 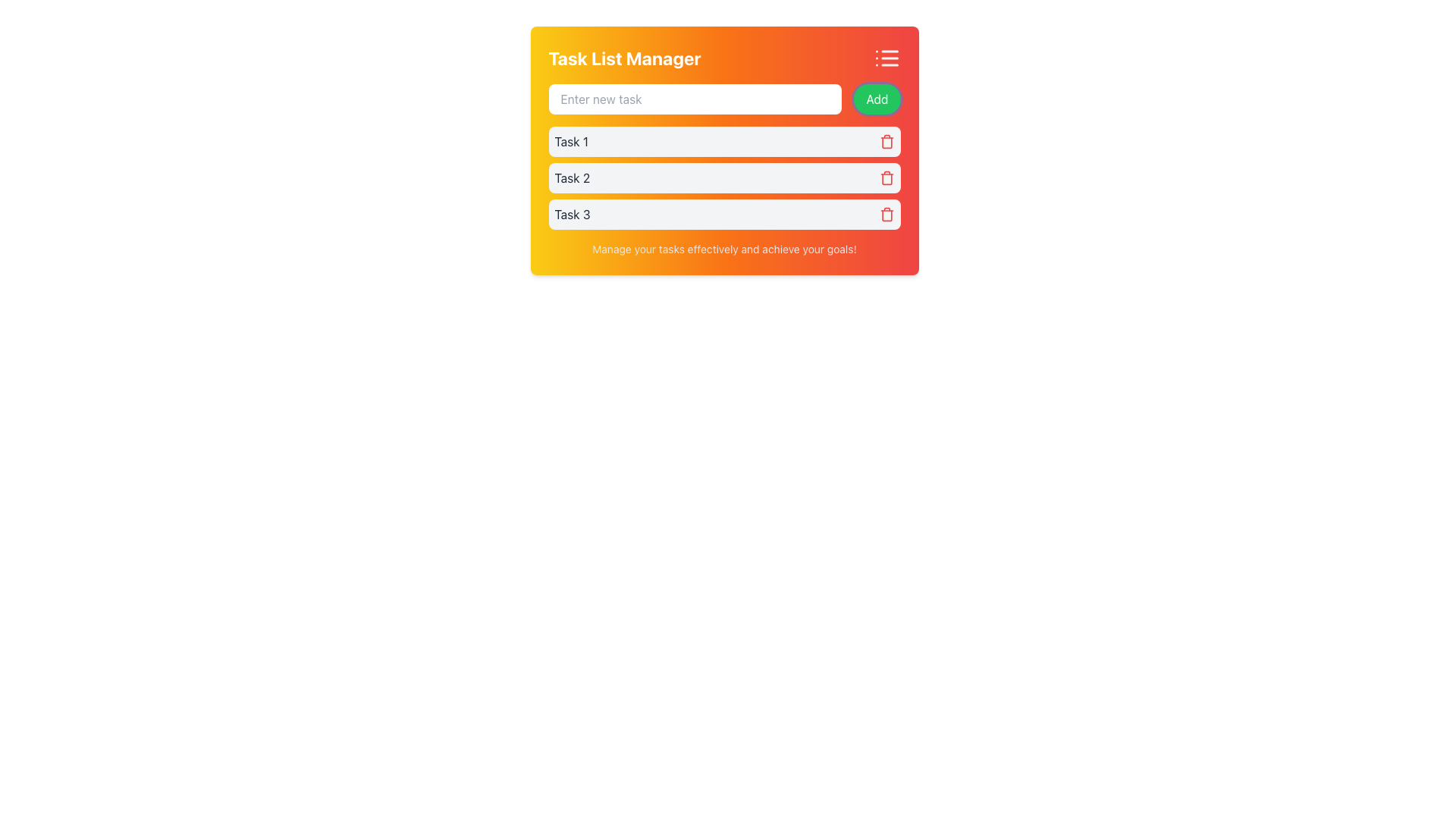 What do you see at coordinates (723, 177) in the screenshot?
I see `to select the second task item in the task list, which has a light gray background and a red delete icon to its right` at bounding box center [723, 177].